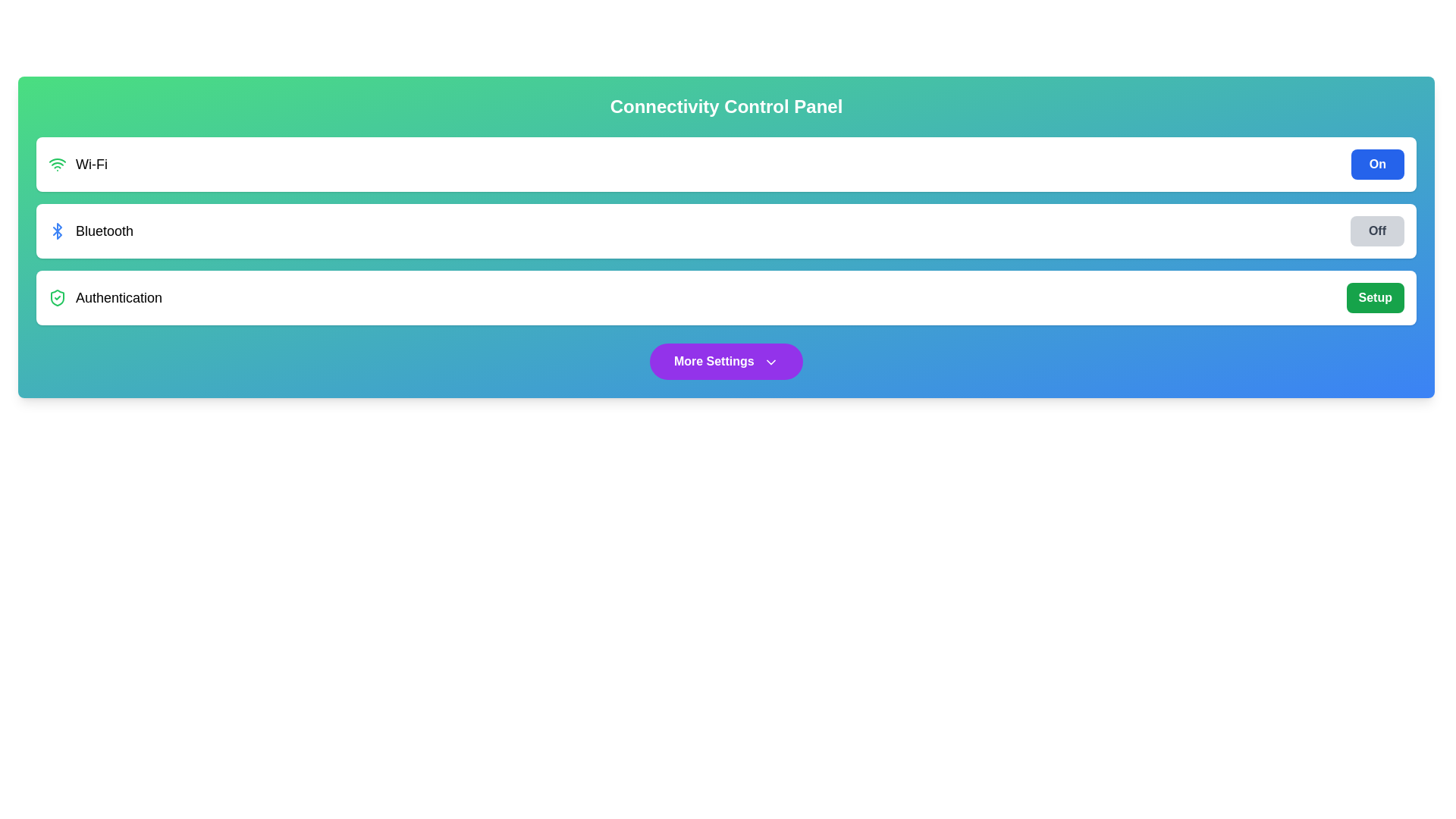 The height and width of the screenshot is (819, 1456). I want to click on the interactive settings button located at the bottom of the card-like section to trigger visual feedback, so click(726, 362).